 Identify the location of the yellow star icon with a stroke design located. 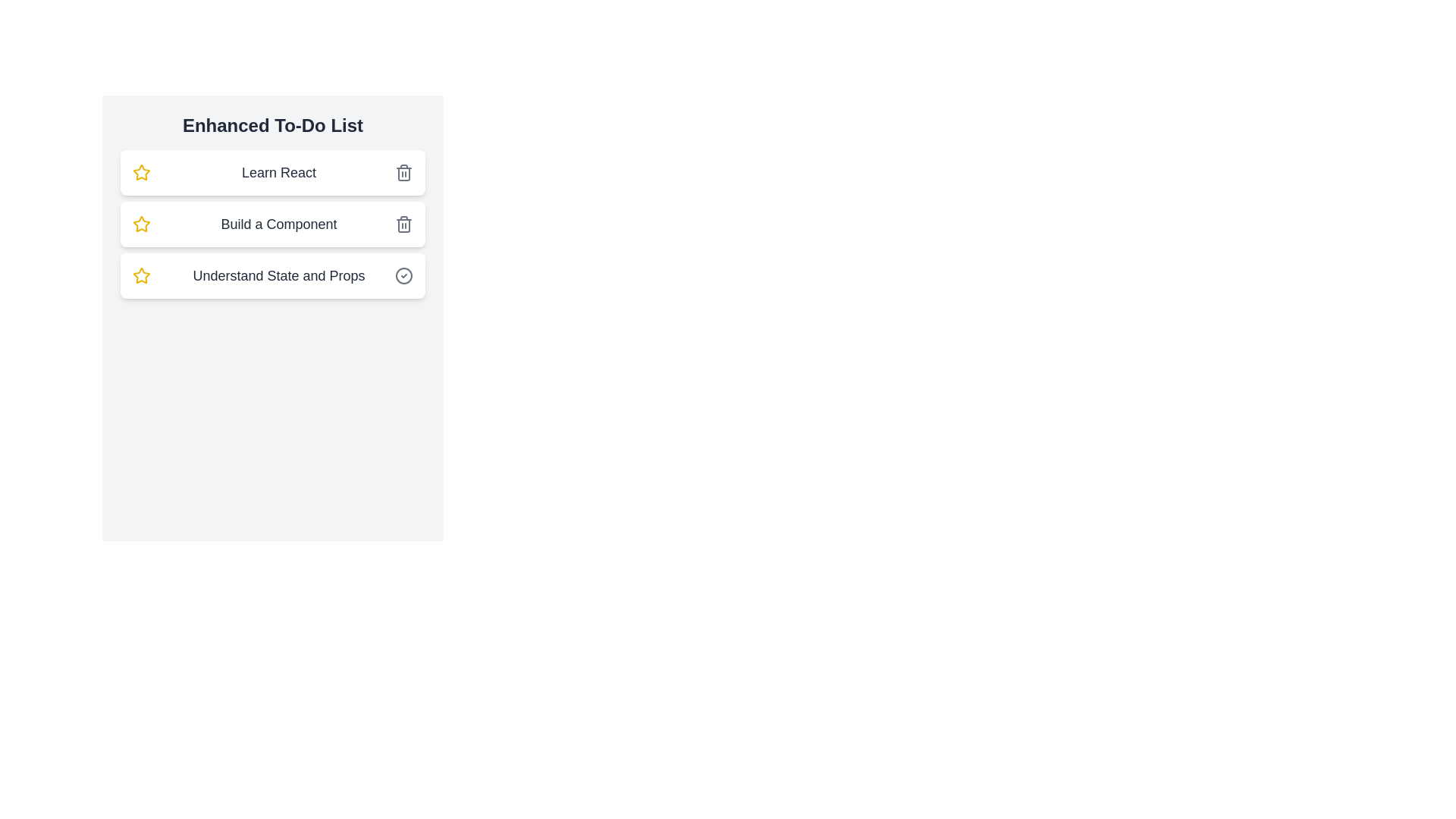
(142, 171).